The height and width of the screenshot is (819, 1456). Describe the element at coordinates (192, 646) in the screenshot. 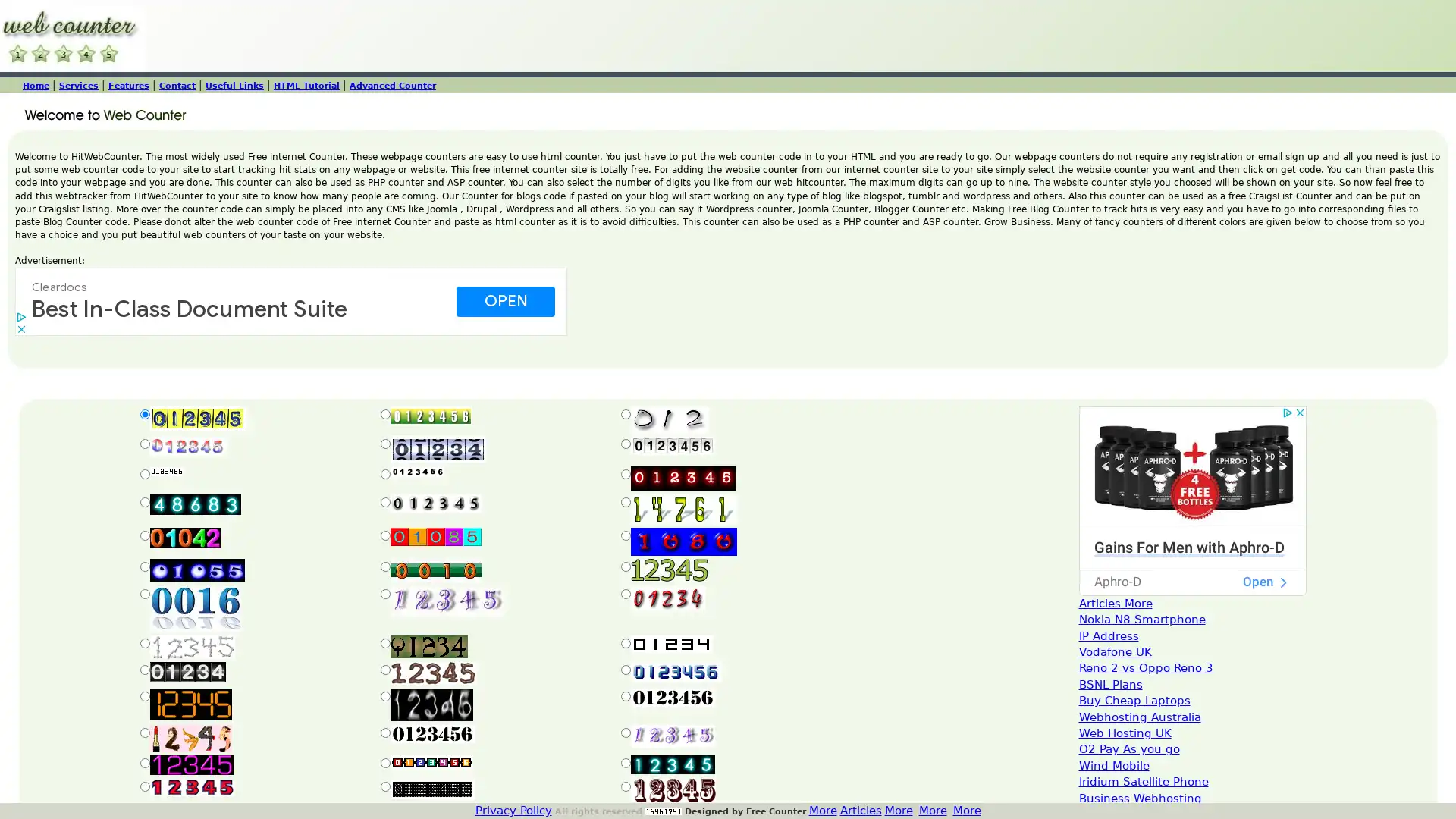

I see `Submit` at that location.